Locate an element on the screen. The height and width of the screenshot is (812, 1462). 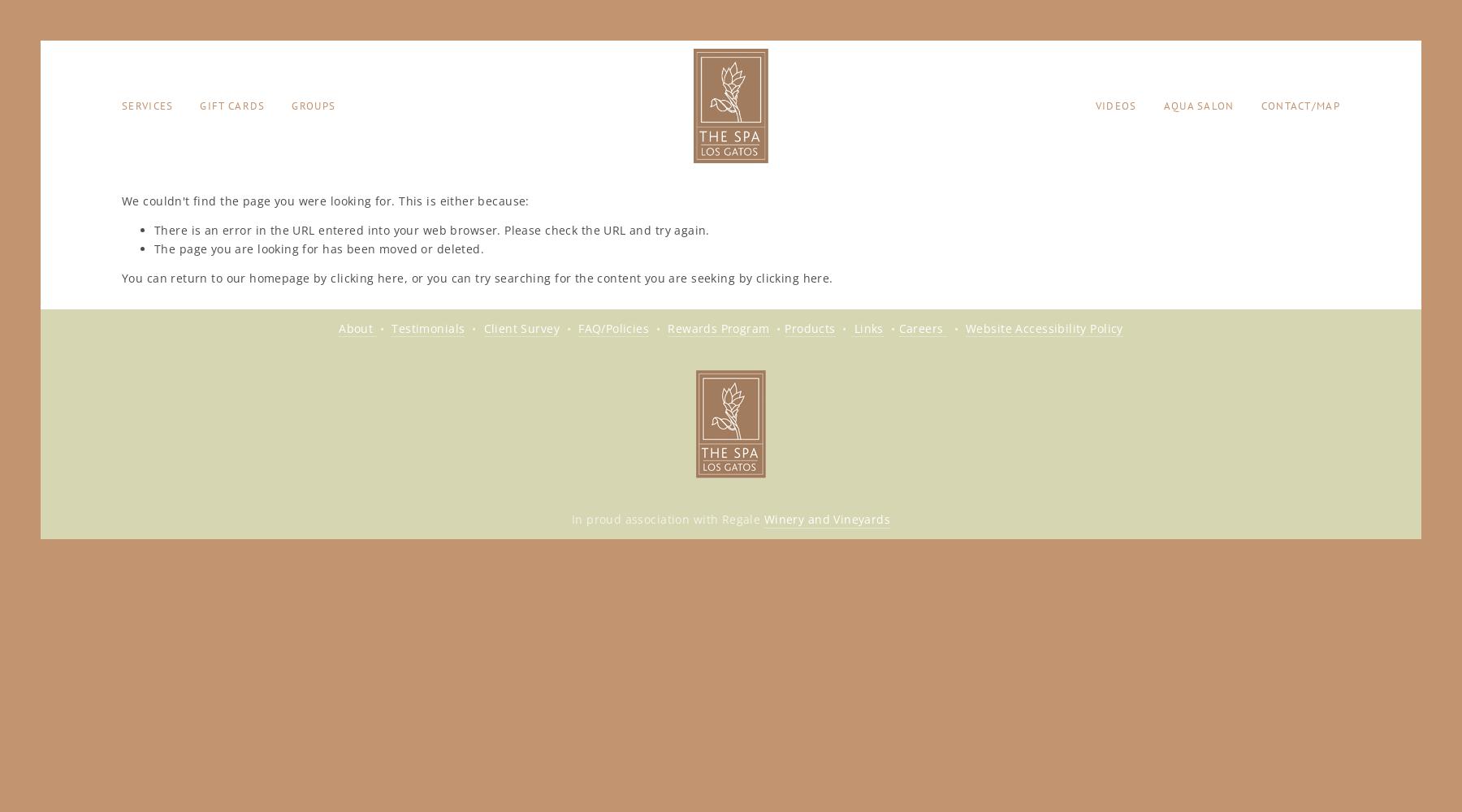
'Groups' is located at coordinates (313, 105).